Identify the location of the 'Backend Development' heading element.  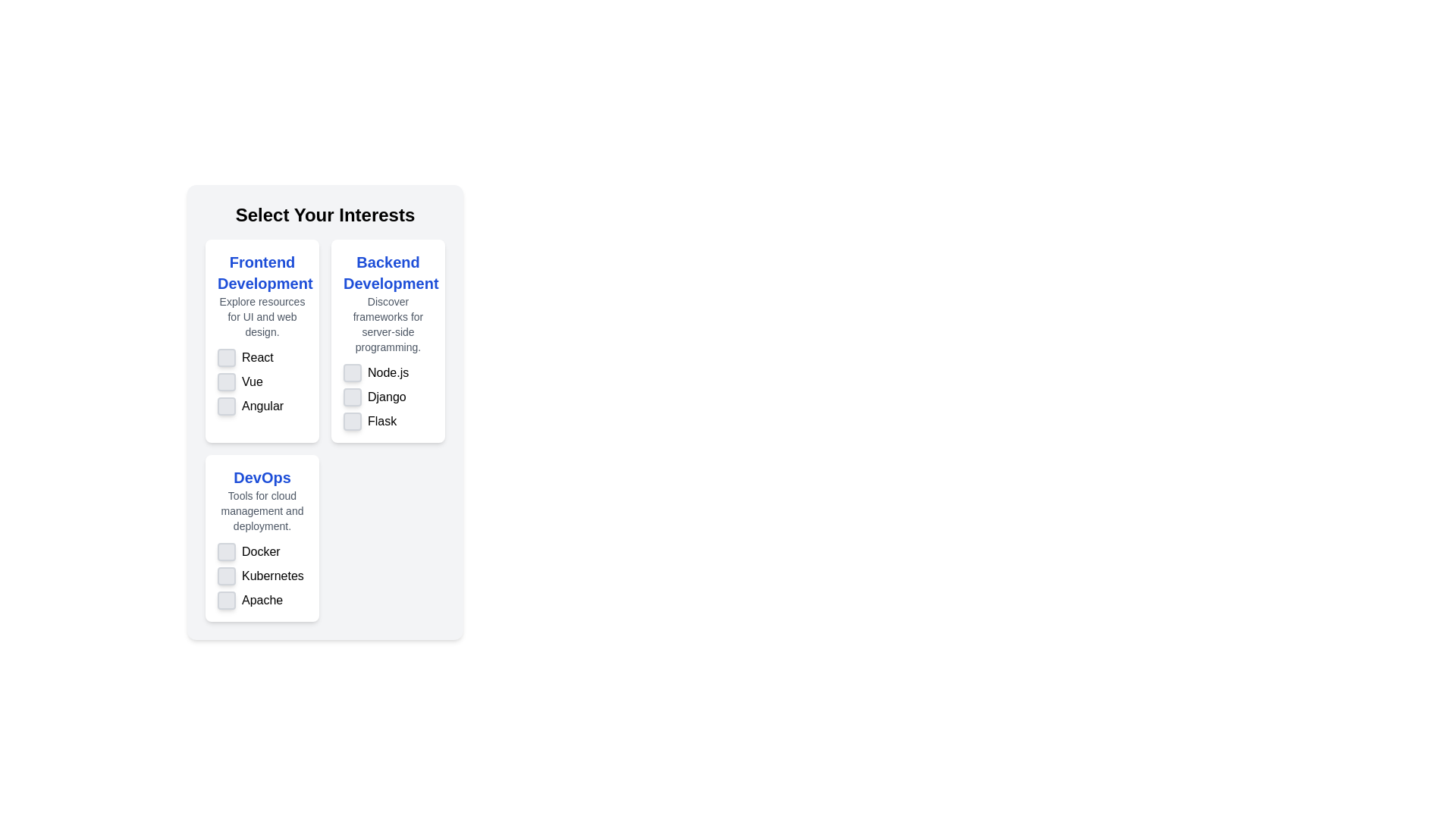
(388, 303).